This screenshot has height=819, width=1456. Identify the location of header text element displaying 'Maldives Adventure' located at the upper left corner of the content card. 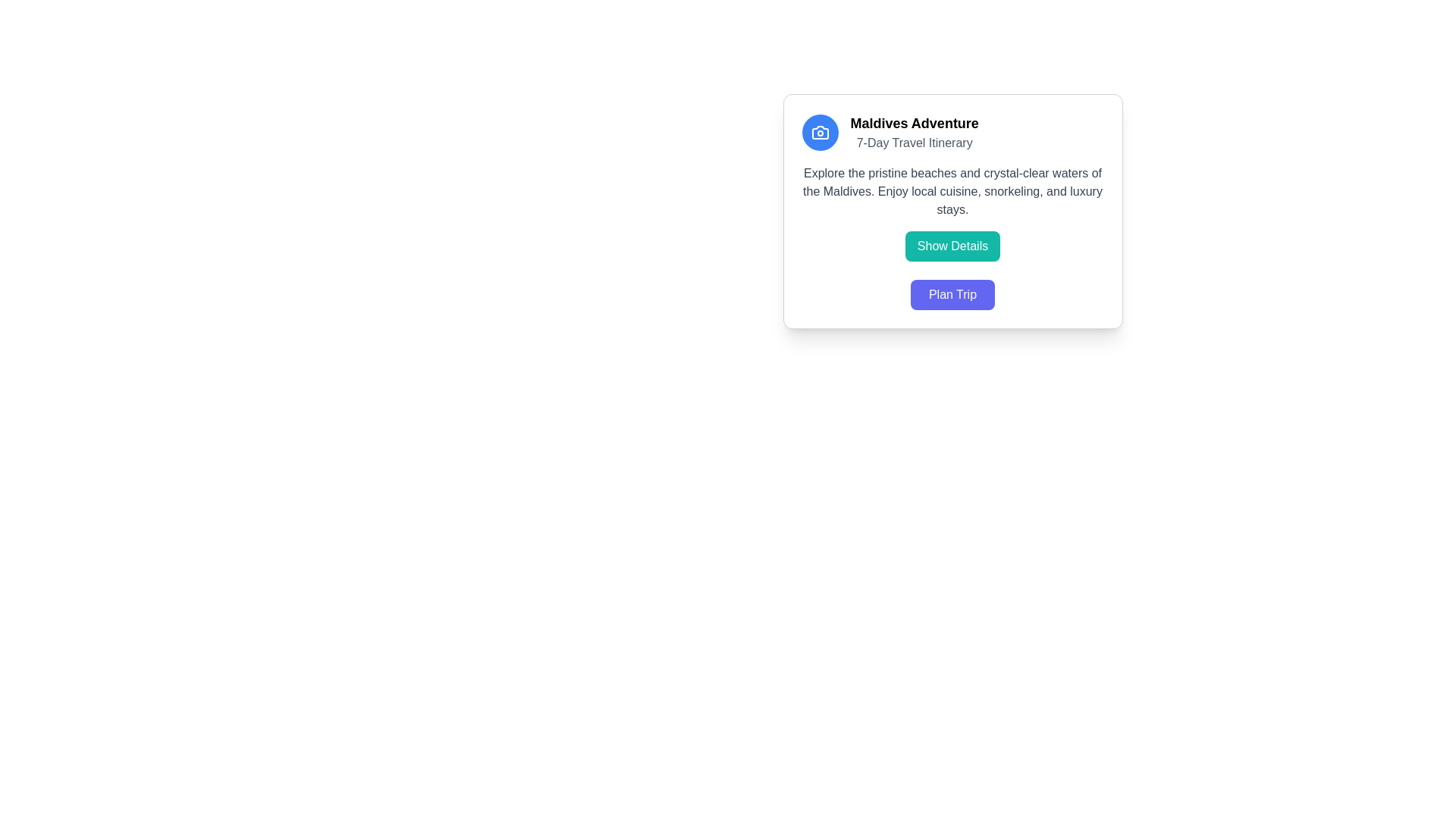
(914, 122).